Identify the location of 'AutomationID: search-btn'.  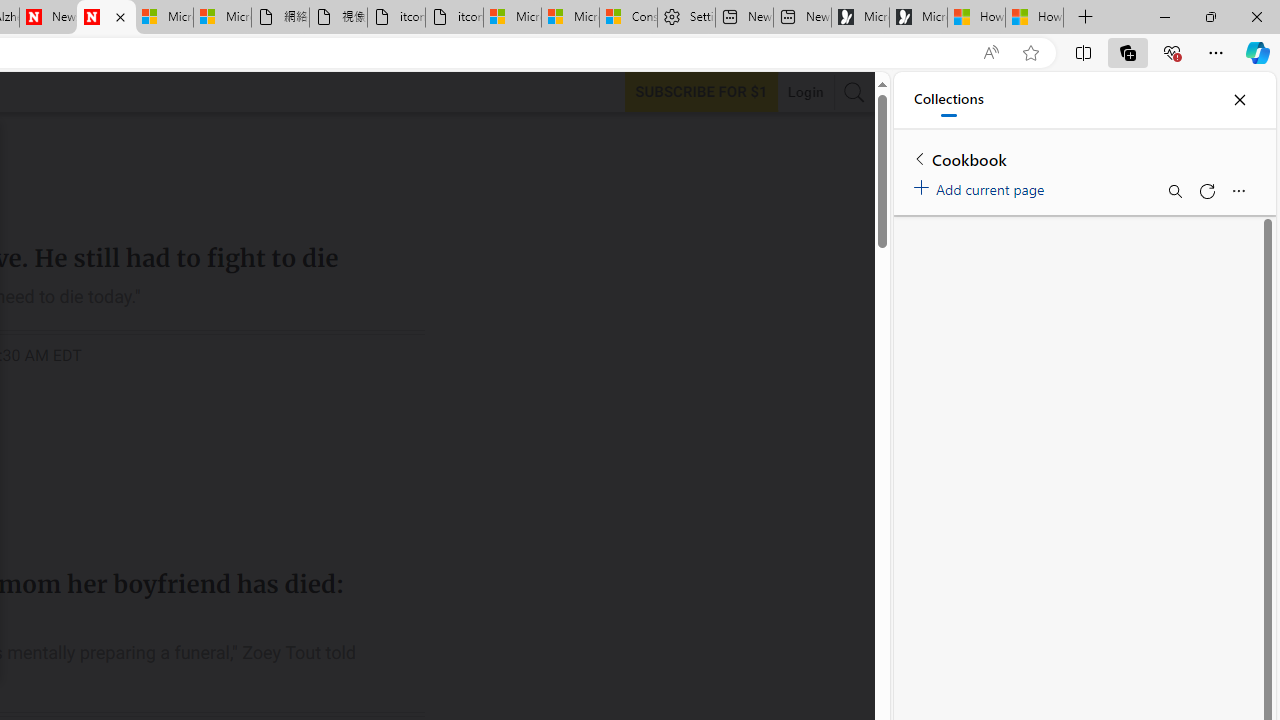
(855, 92).